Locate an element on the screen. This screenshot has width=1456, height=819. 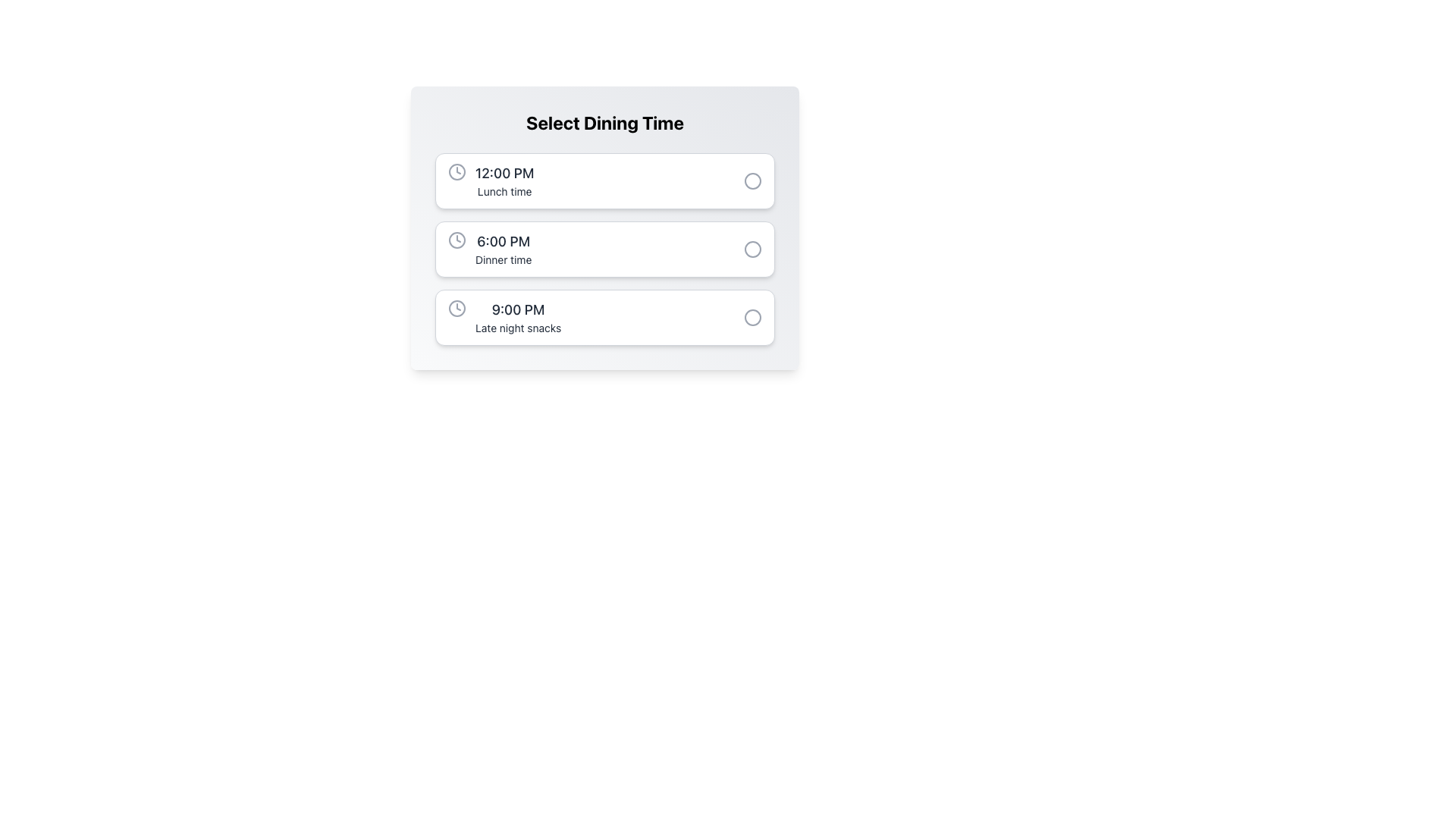
the clock-like icon with a circular border, styled in gray, located at the beginning of the row for '9:00 PM Late night snacks' is located at coordinates (457, 308).